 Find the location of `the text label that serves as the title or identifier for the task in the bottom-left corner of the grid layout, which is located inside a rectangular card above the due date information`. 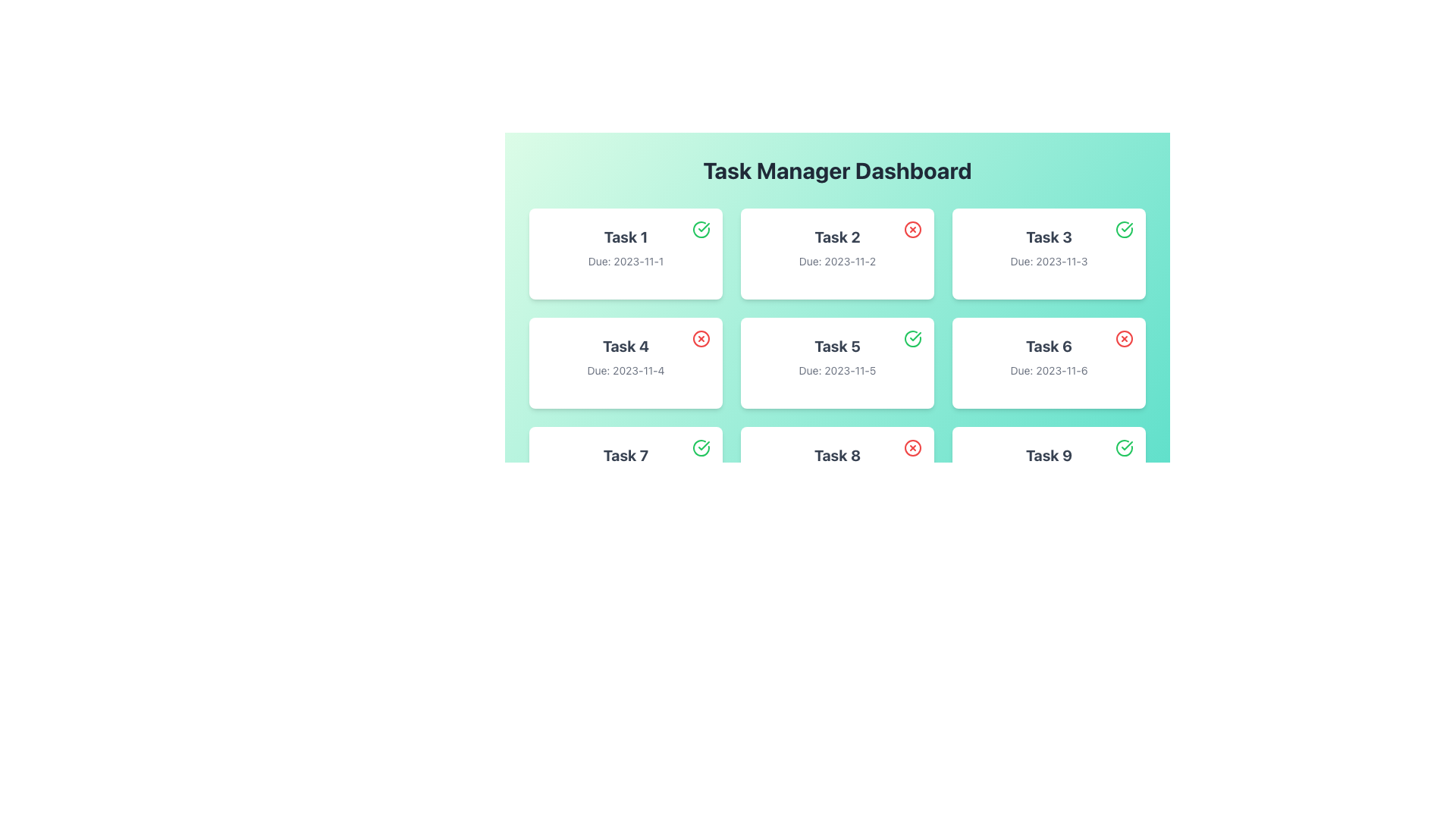

the text label that serves as the title or identifier for the task in the bottom-left corner of the grid layout, which is located inside a rectangular card above the due date information is located at coordinates (626, 455).